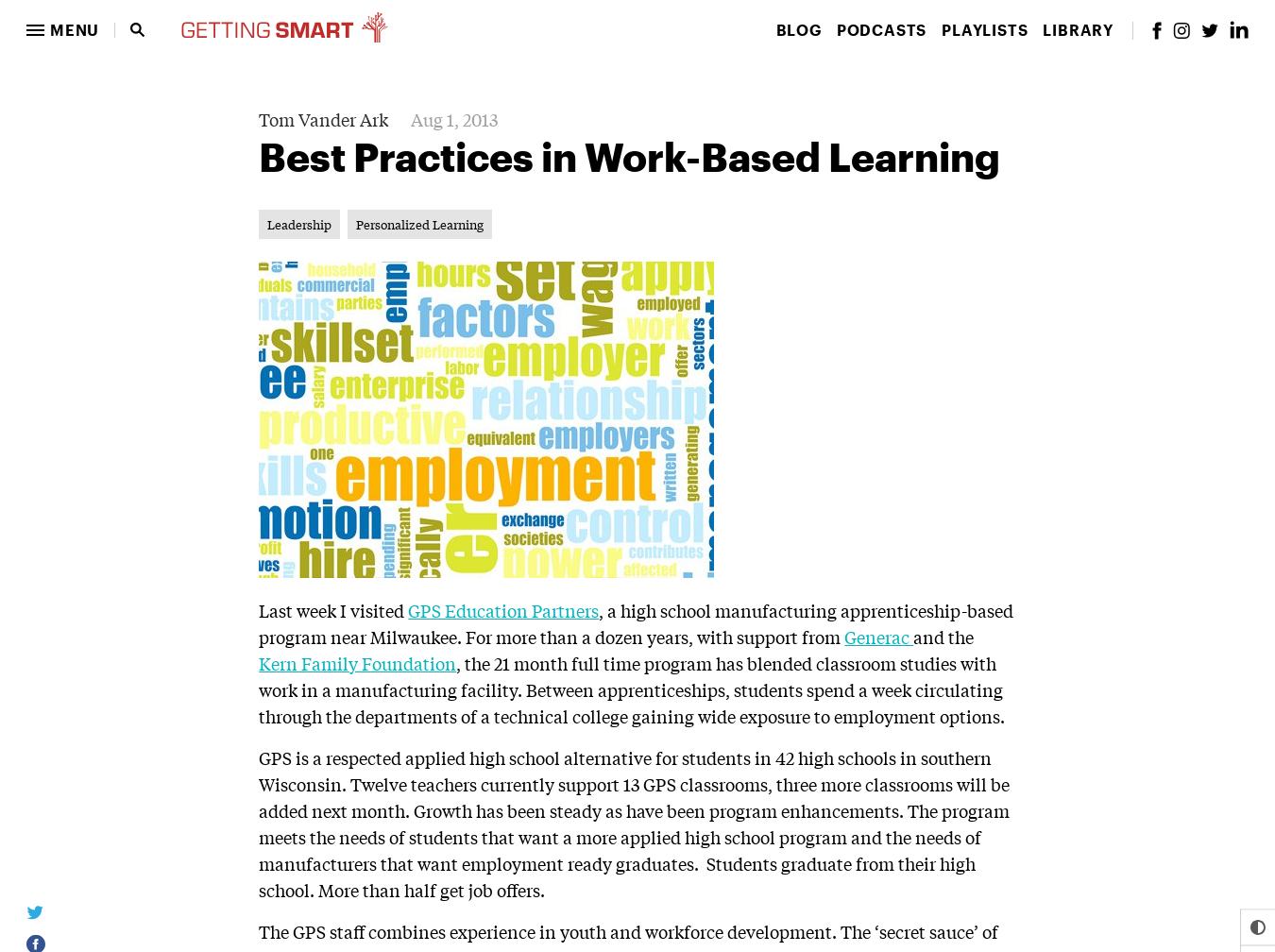 The image size is (1275, 952). What do you see at coordinates (258, 661) in the screenshot?
I see `'Kern Family Foundation'` at bounding box center [258, 661].